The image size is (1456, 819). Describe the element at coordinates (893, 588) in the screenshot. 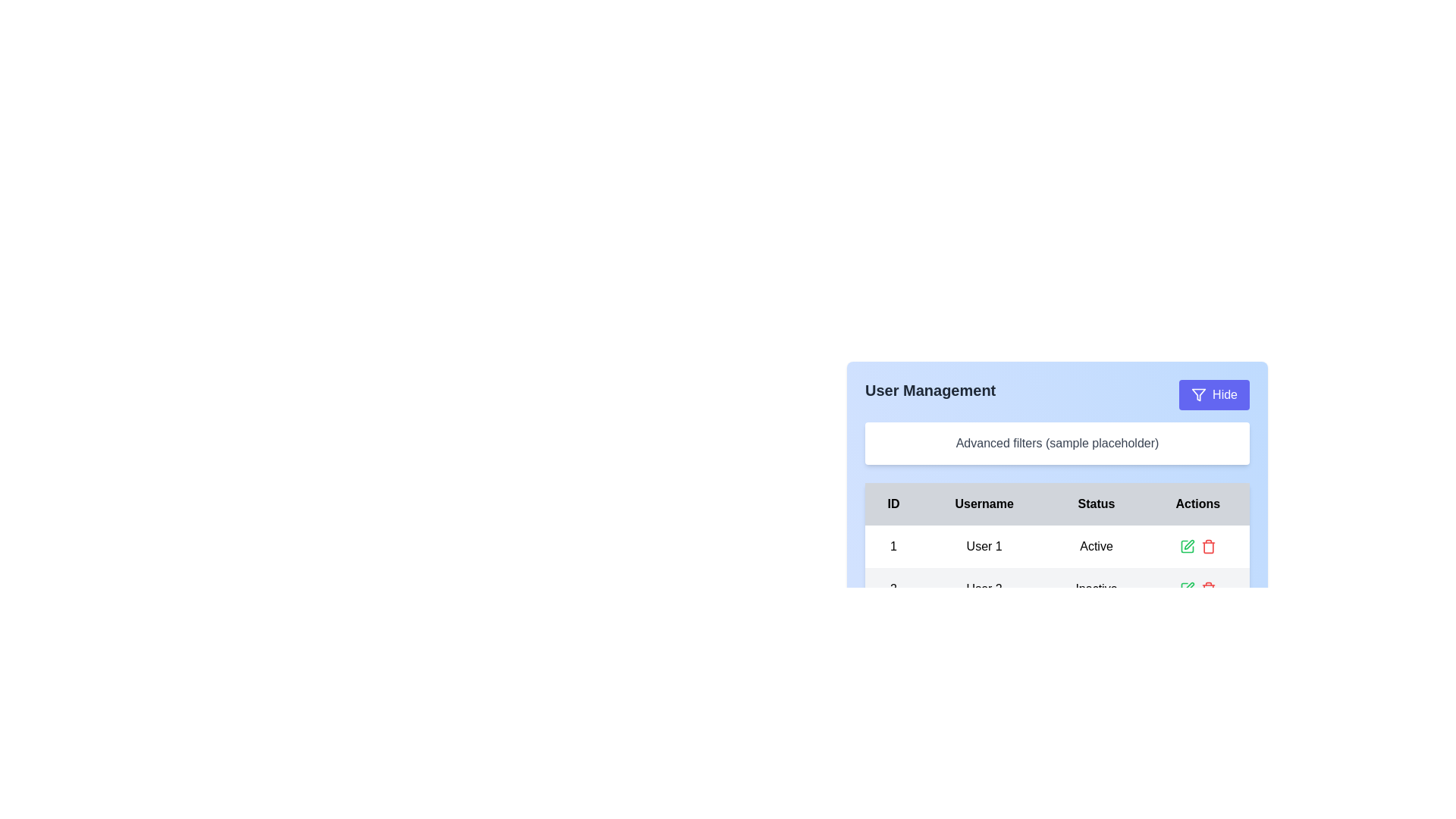

I see `the Text field that serves as a unique identifier for the second user entry (row number) in the 'ID' column of the user management table` at that location.